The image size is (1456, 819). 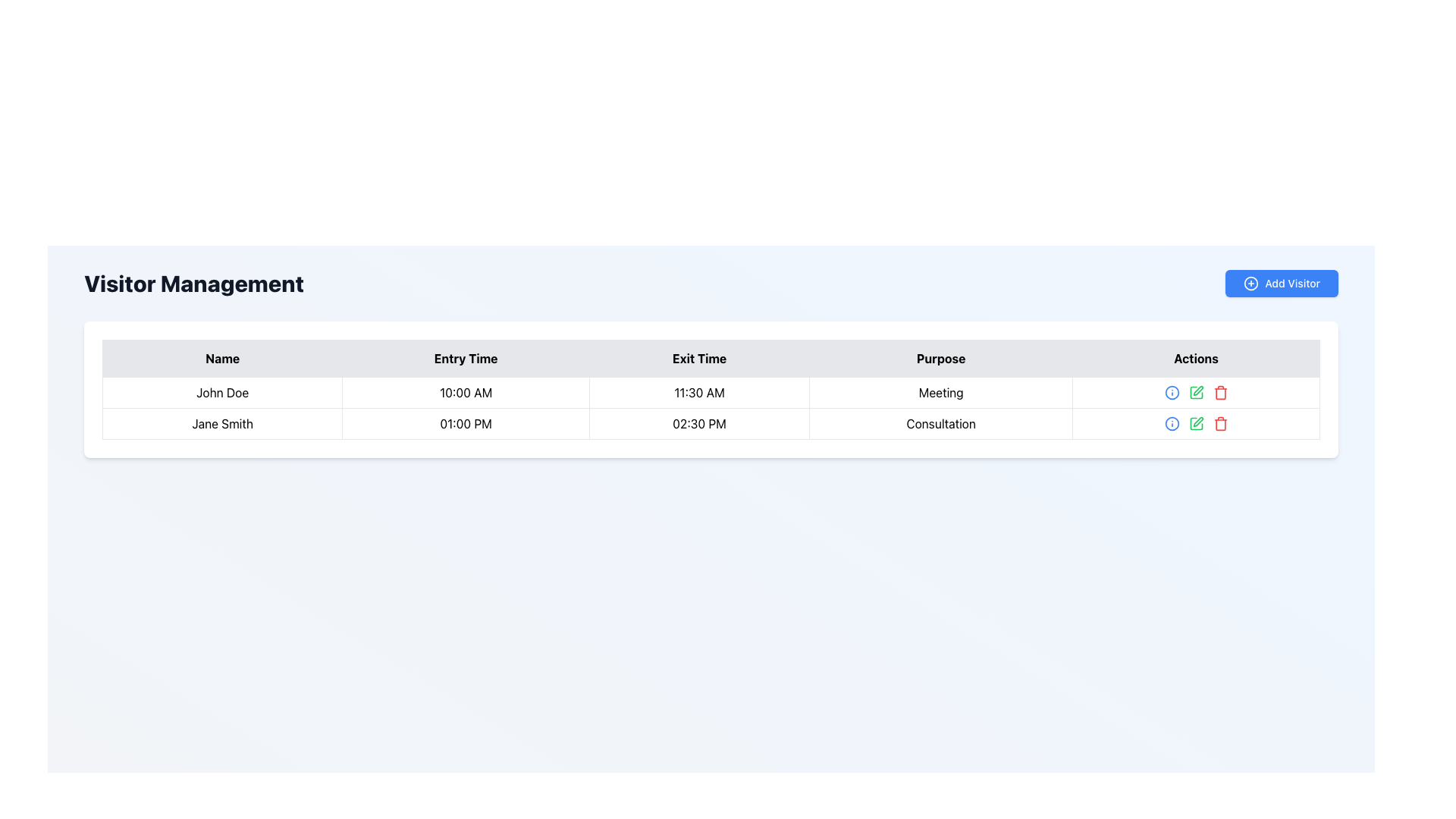 I want to click on the table row containing the visitor information for 'Jane Smith', which includes entry and exit times and purpose of visit, so click(x=710, y=424).